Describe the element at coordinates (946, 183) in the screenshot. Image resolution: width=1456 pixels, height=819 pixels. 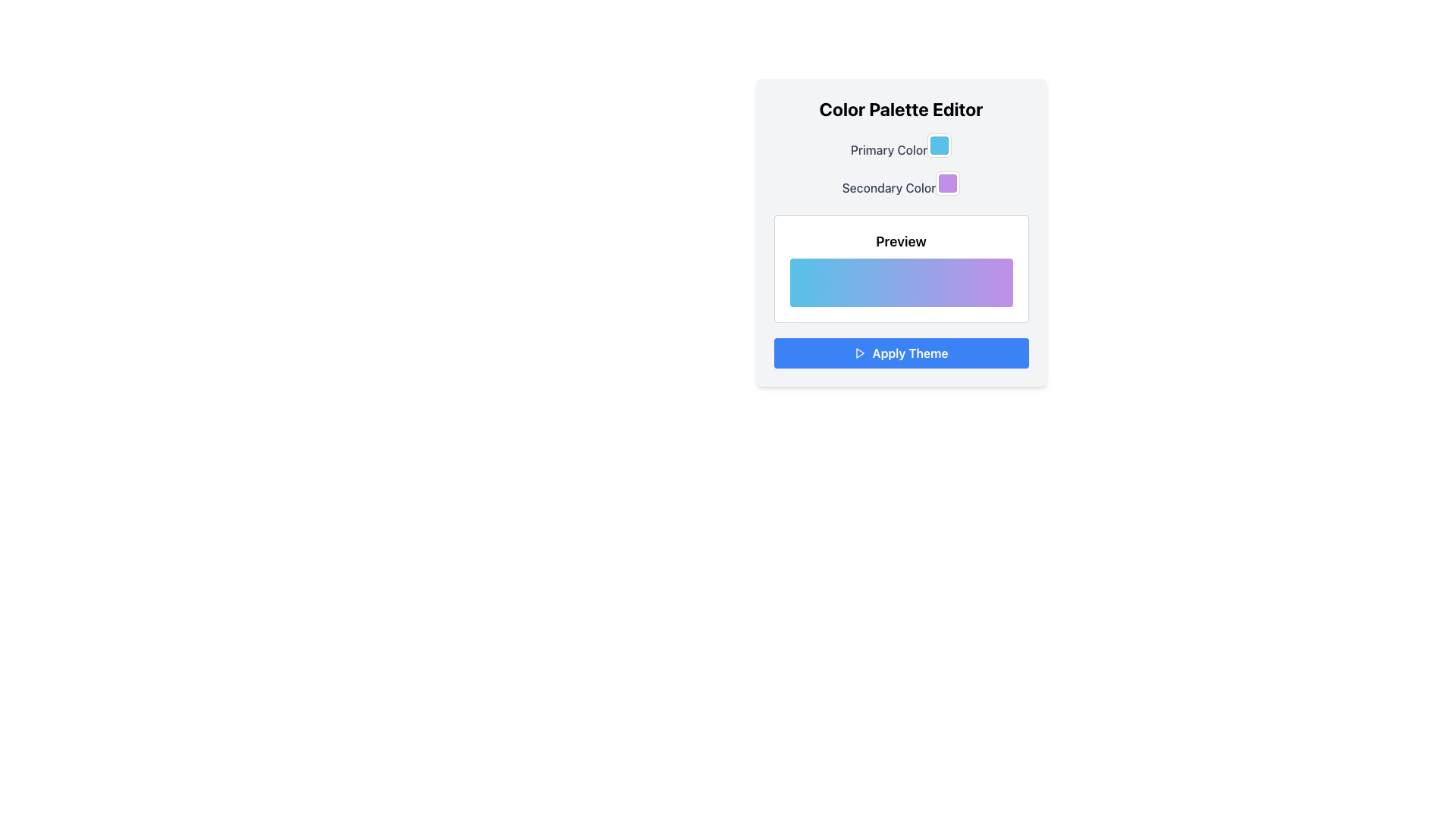
I see `the small square color block with a solid purple background located in the 'Secondary Color' section of the Color Palette Editor` at that location.